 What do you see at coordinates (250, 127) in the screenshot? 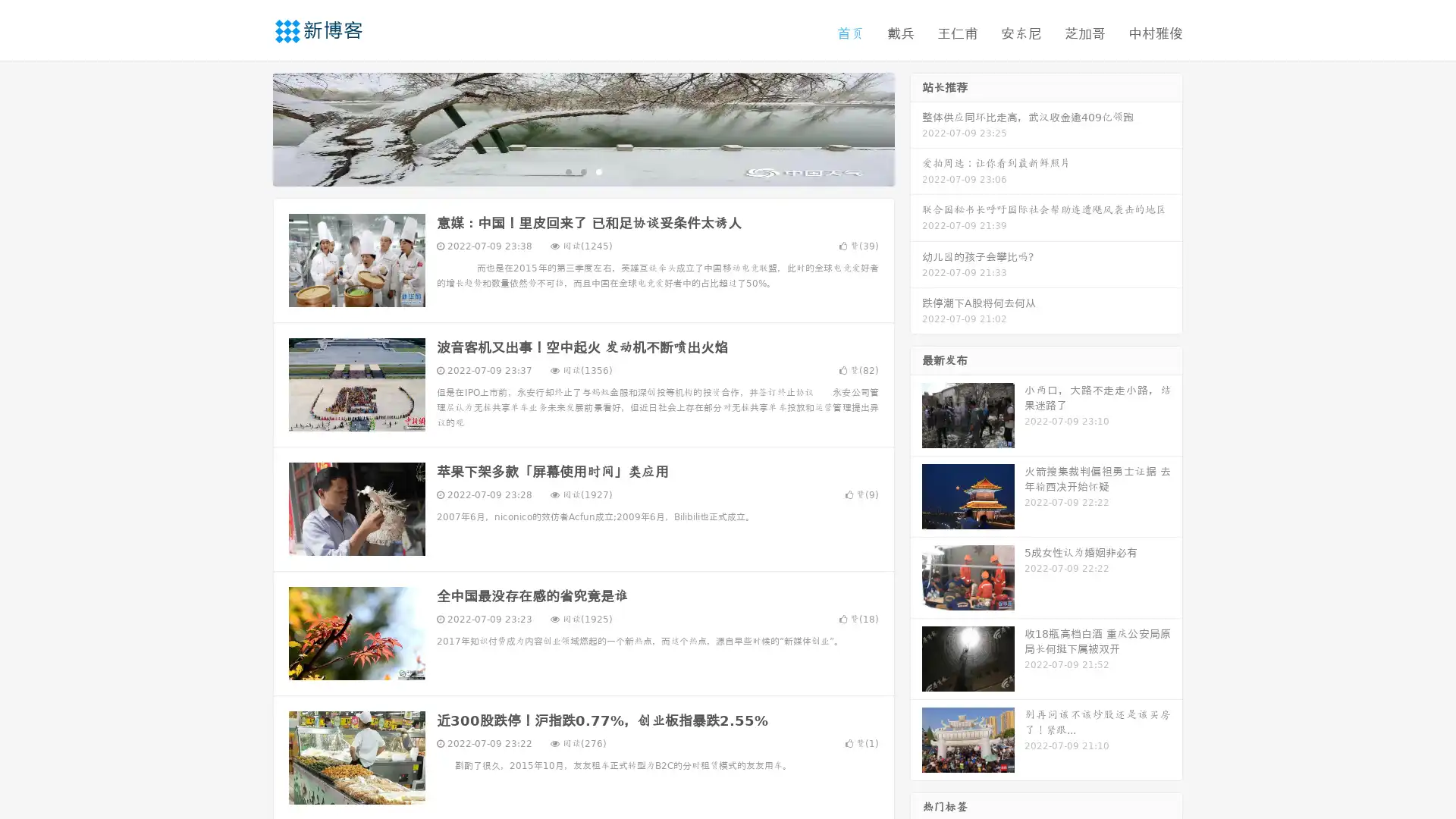
I see `Previous slide` at bounding box center [250, 127].